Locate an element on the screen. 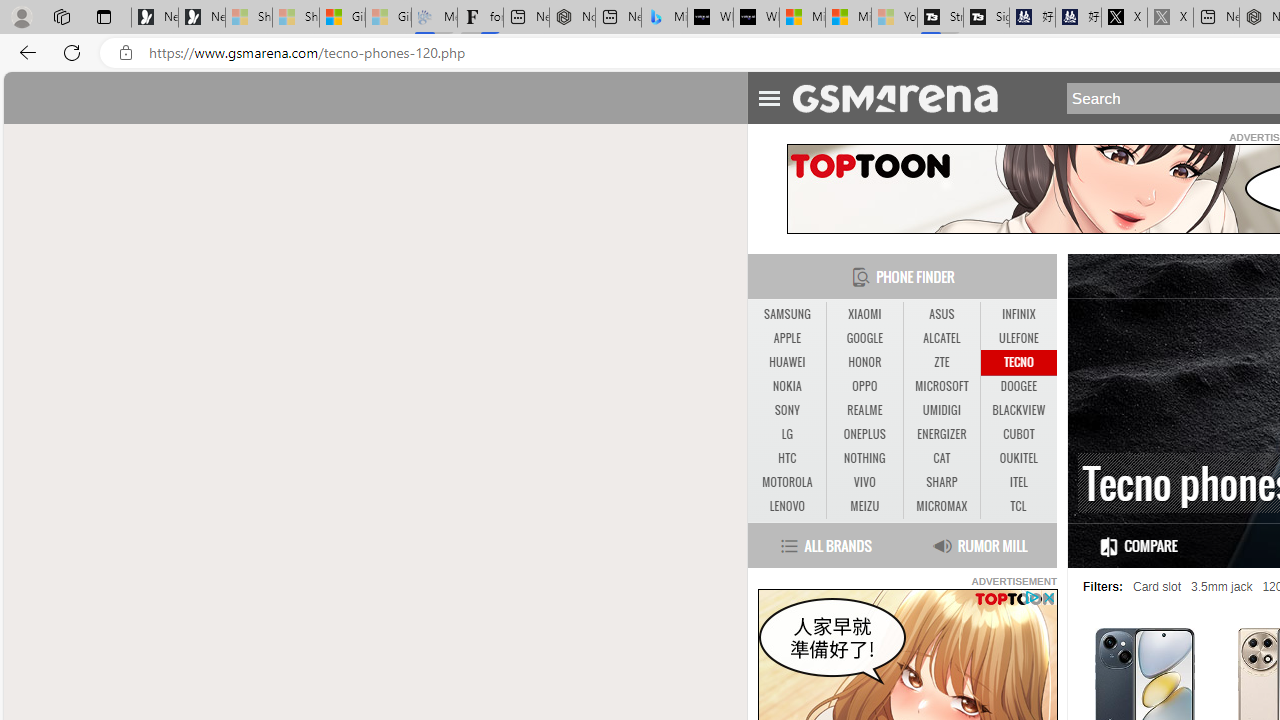  'Toggle Navigation' is located at coordinates (768, 95).